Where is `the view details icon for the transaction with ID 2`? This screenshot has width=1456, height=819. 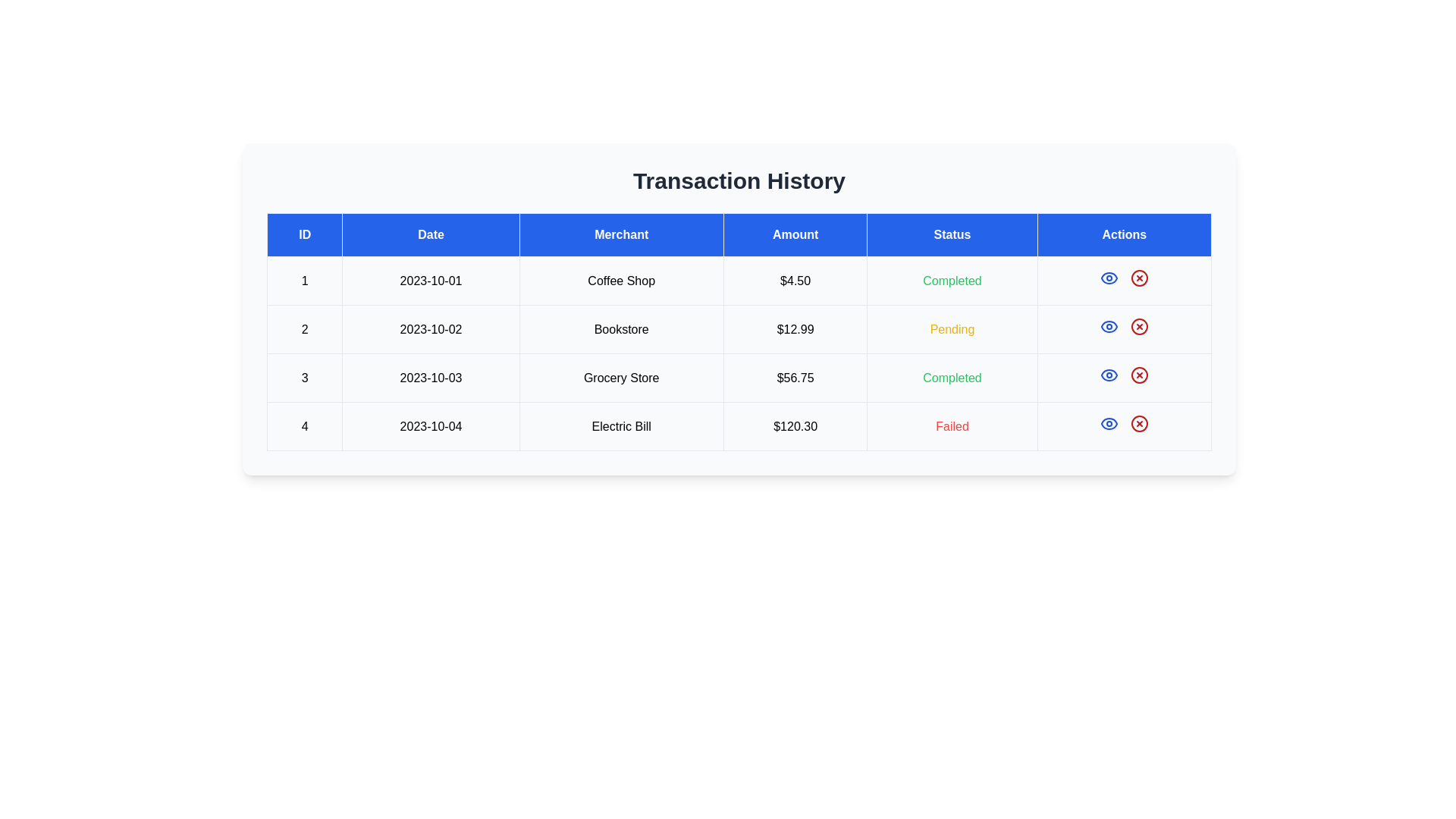
the view details icon for the transaction with ID 2 is located at coordinates (1109, 326).